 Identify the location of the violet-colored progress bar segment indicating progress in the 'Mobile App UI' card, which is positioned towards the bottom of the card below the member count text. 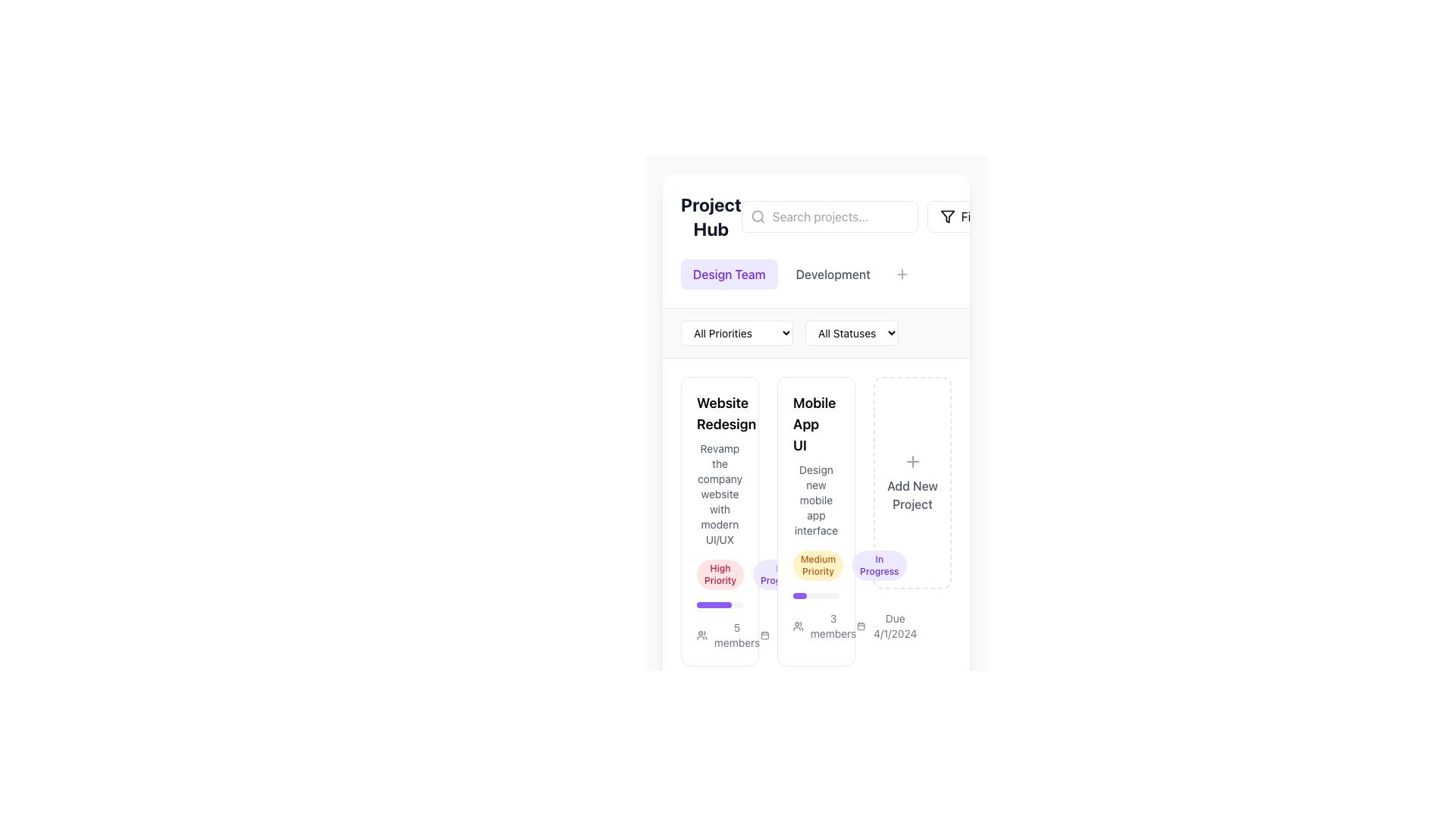
(799, 595).